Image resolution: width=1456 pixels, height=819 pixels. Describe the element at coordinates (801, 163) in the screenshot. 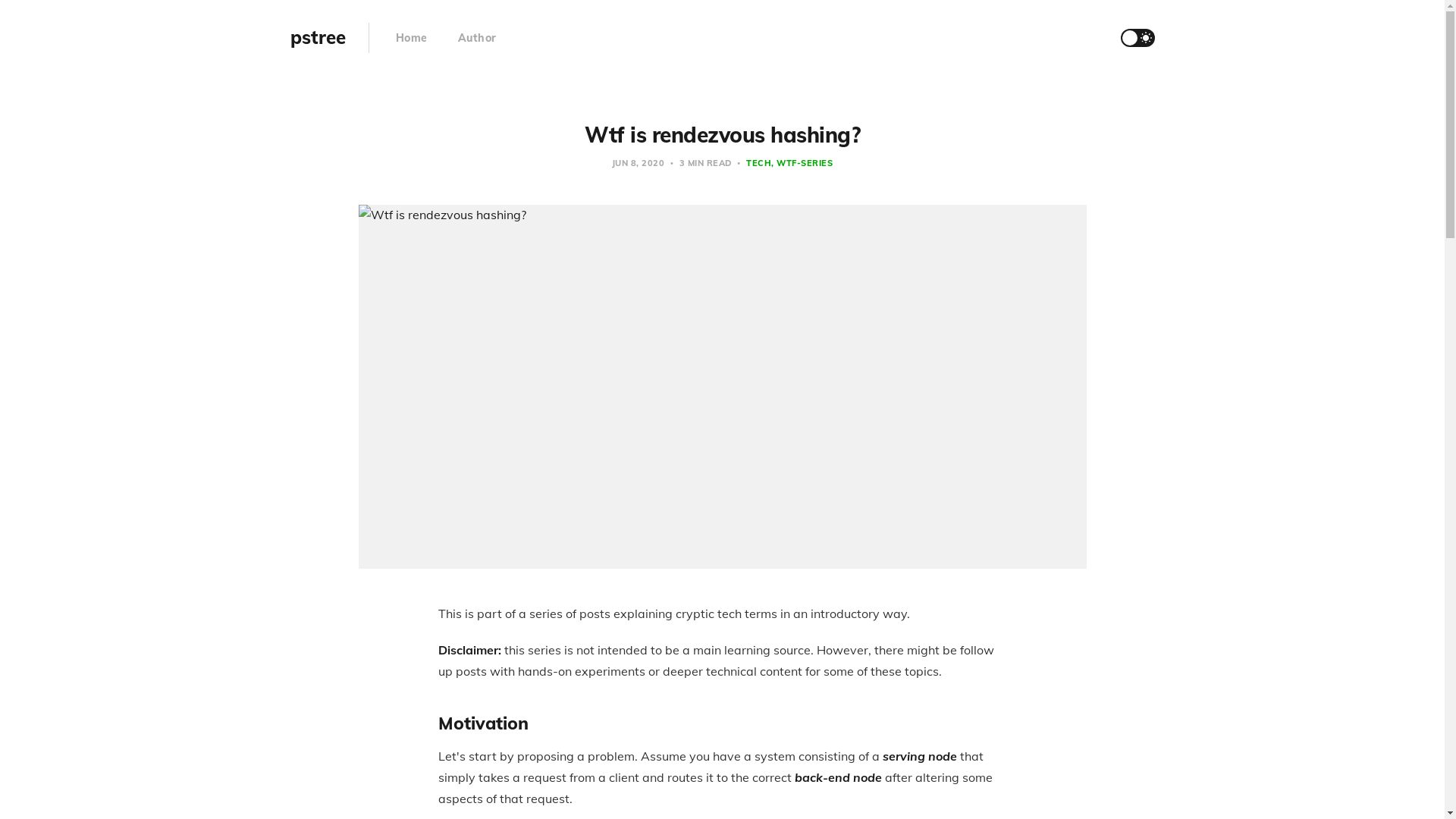

I see `'WTF-SERIES'` at that location.